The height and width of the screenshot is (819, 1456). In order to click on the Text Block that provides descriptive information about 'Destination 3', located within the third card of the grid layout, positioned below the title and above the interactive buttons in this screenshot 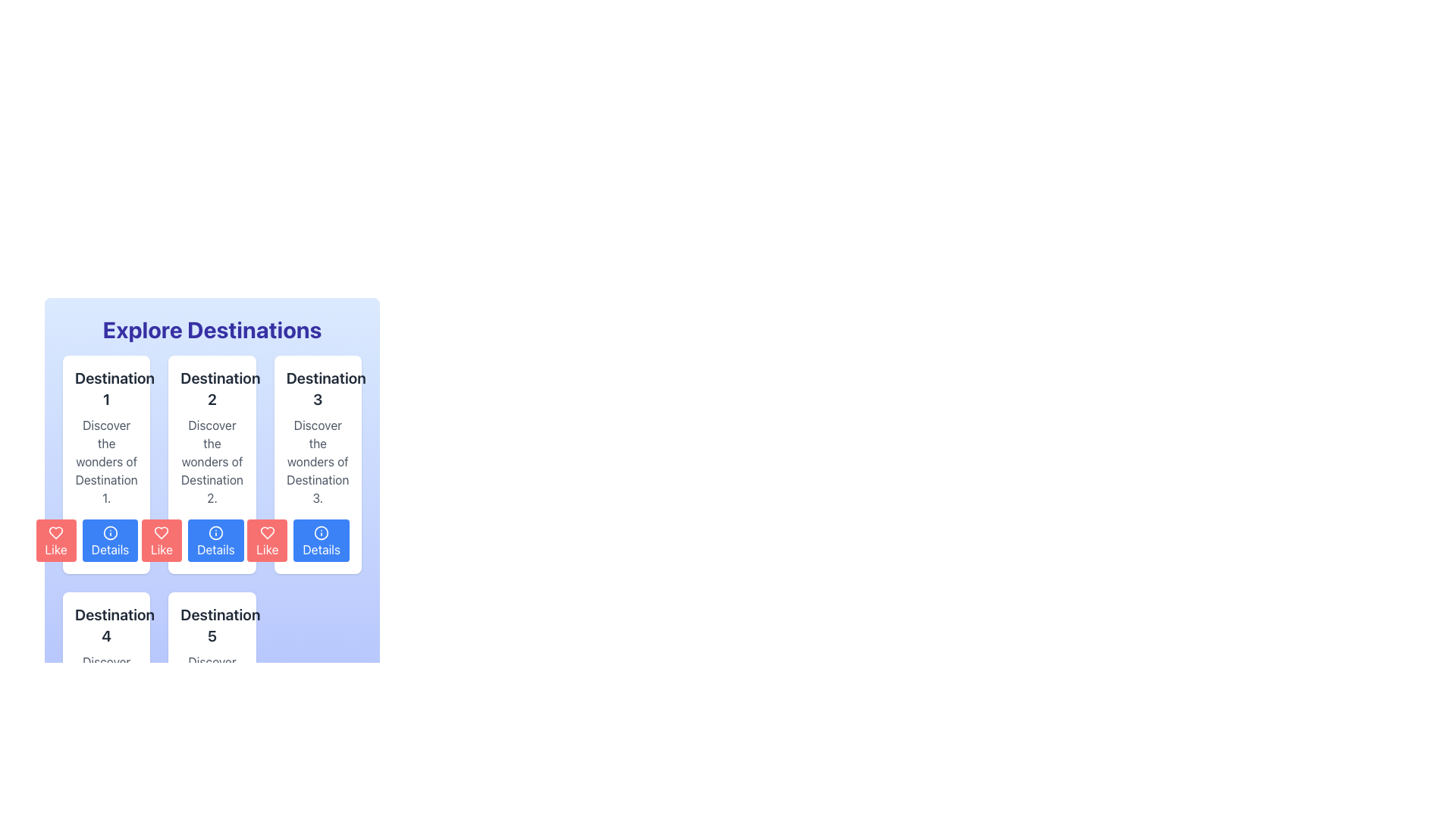, I will do `click(317, 461)`.